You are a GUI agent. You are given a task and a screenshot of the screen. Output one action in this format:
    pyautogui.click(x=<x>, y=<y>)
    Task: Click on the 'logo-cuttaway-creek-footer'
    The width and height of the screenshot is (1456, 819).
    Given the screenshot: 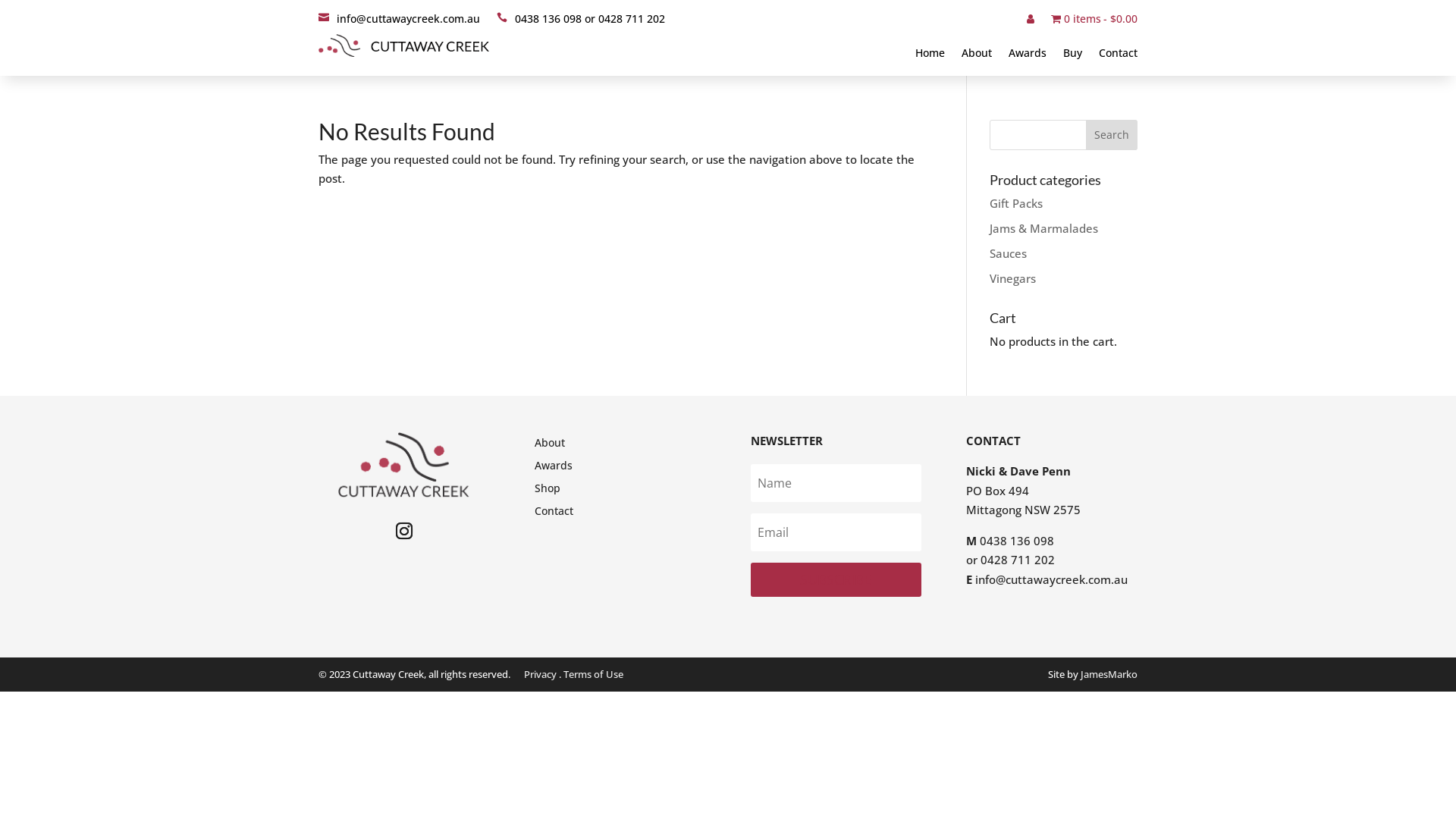 What is the action you would take?
    pyautogui.click(x=403, y=464)
    